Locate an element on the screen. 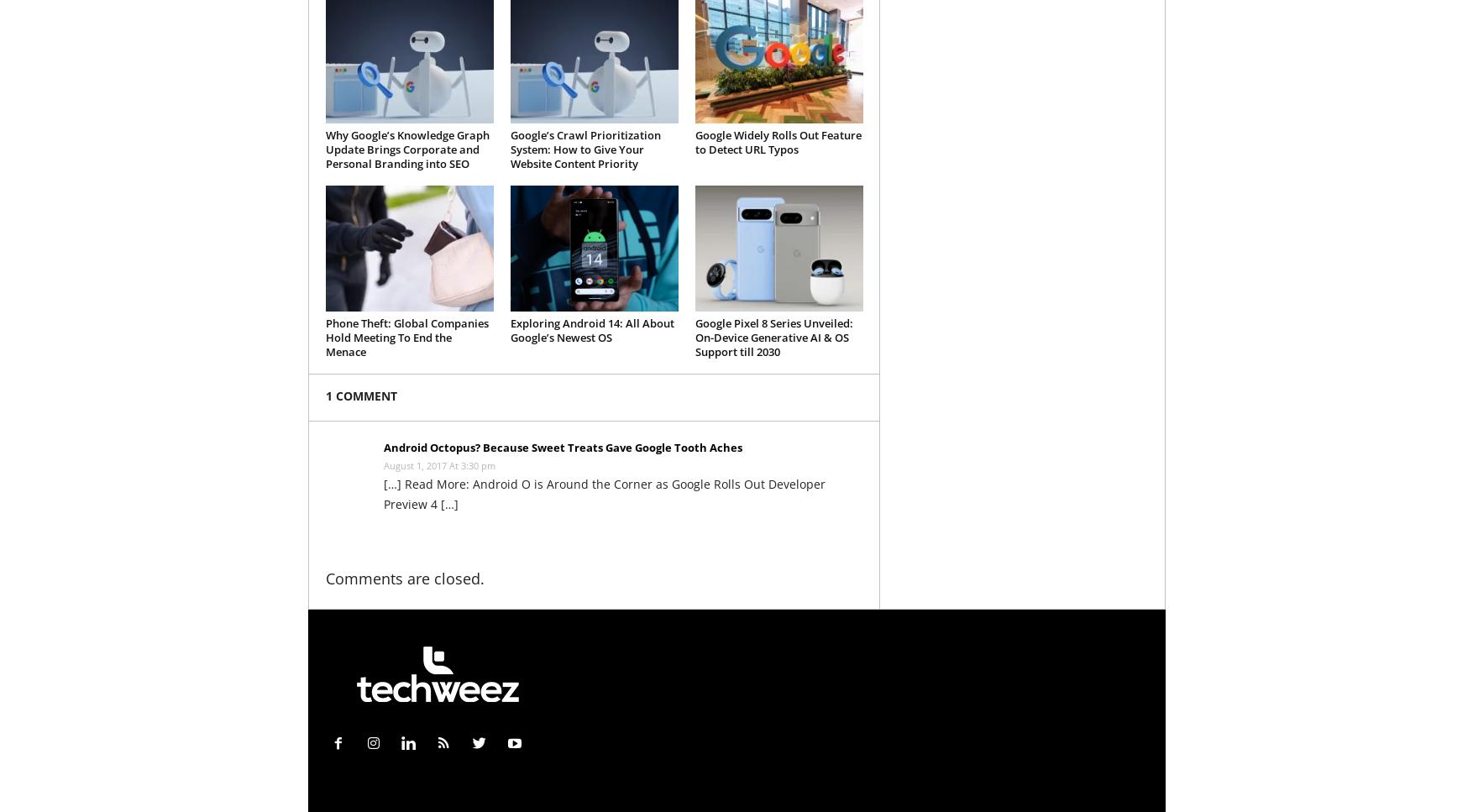 This screenshot has height=812, width=1473. 'August 1, 2017						                        At						                        3:30 pm' is located at coordinates (438, 465).